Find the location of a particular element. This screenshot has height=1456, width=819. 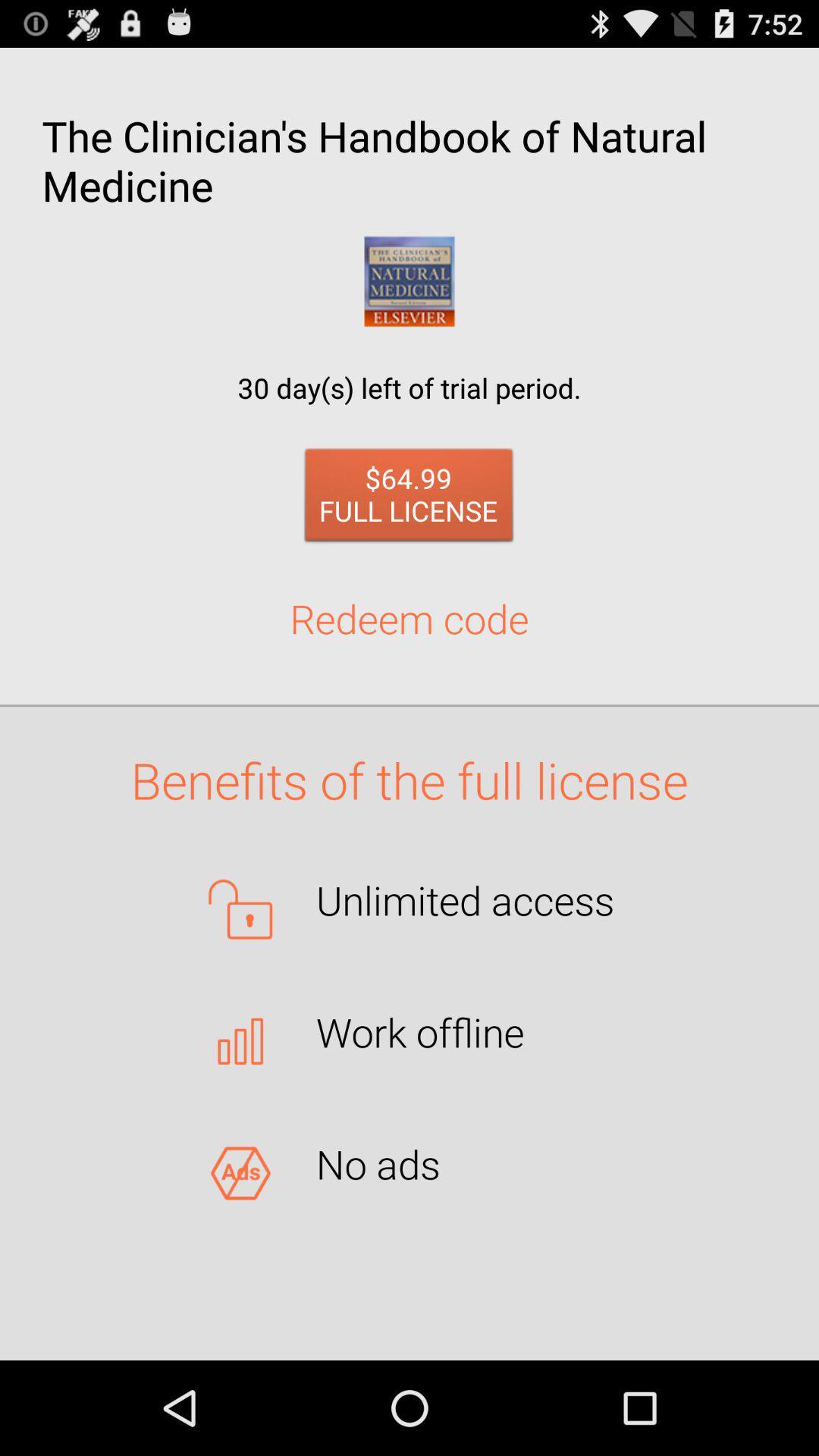

the 64 99 full item is located at coordinates (408, 499).